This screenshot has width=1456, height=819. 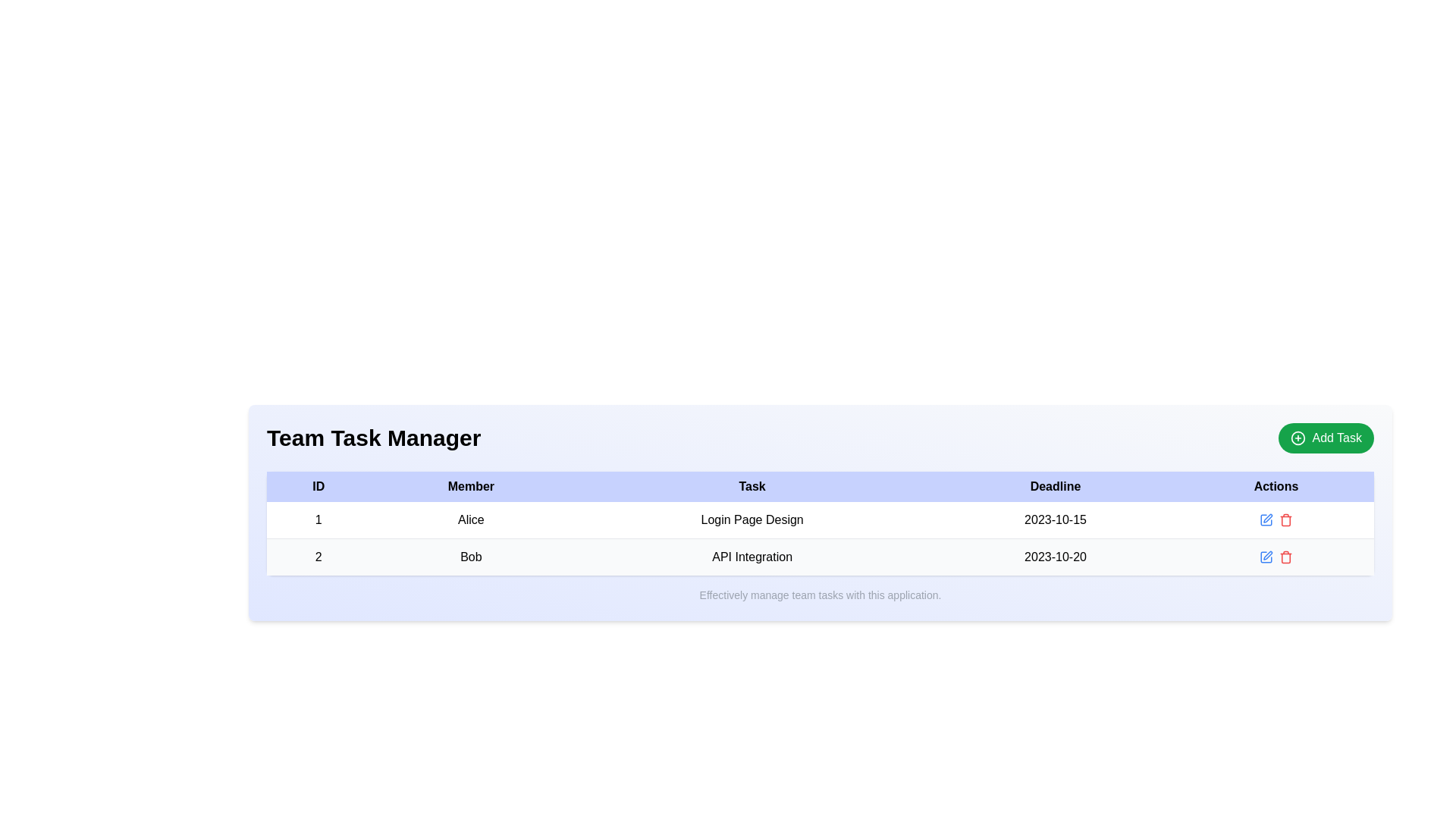 I want to click on the circular '+' icon with a green border located within the 'Add Task' button at the top-right corner for accessibility actions, so click(x=1298, y=438).